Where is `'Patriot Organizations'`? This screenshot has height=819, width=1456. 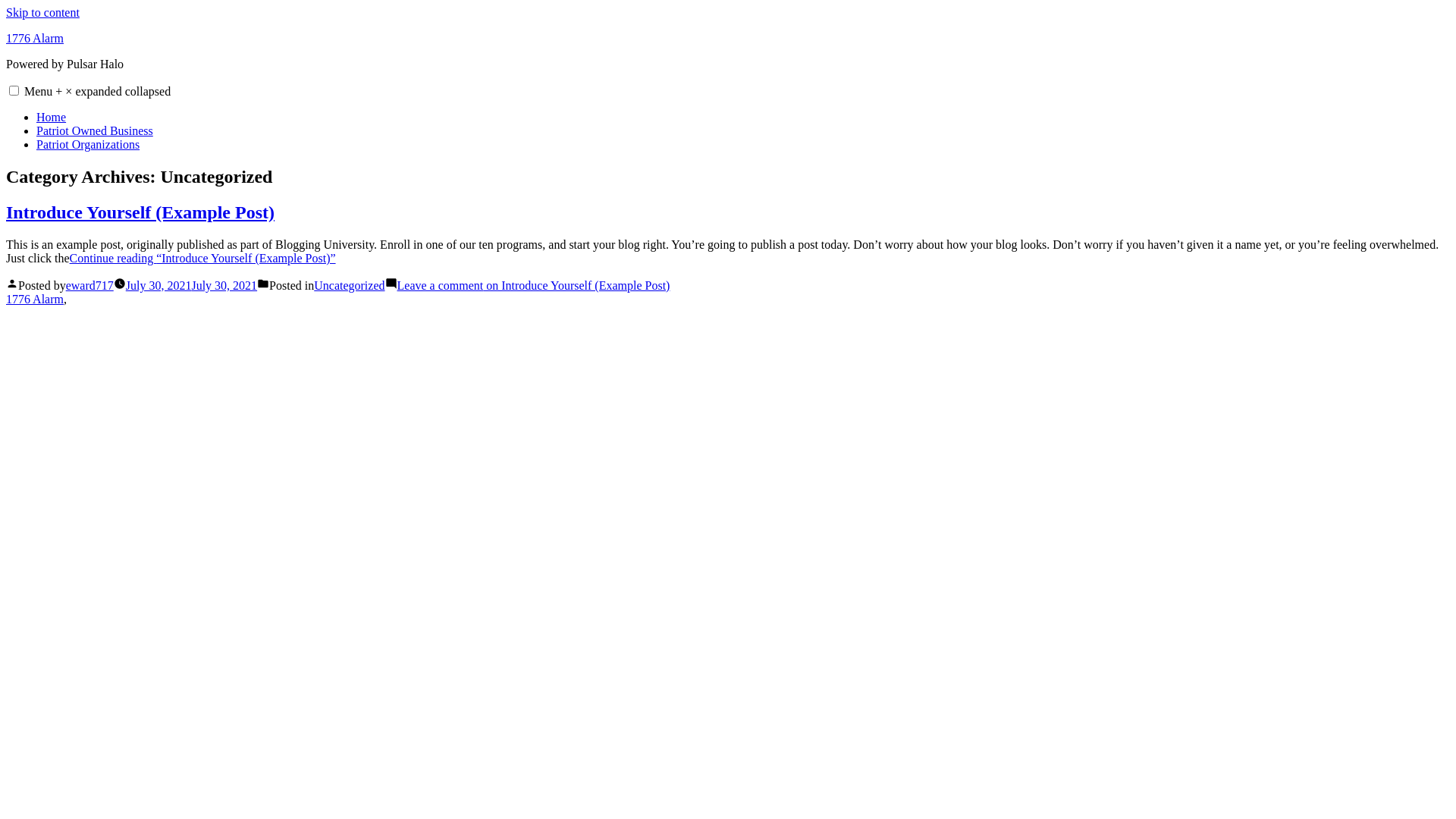
'Patriot Organizations' is located at coordinates (86, 144).